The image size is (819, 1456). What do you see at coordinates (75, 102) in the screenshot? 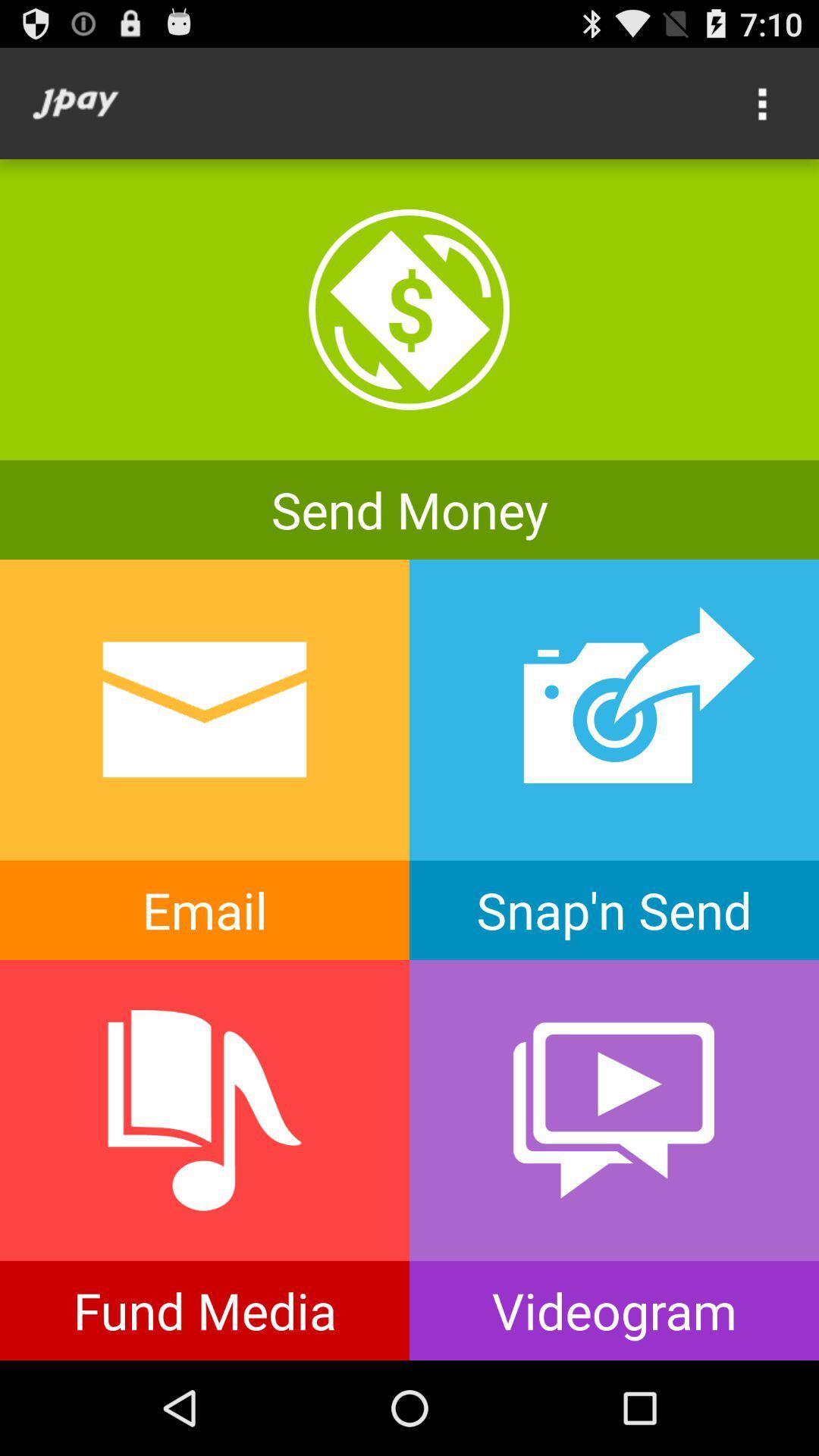
I see `the icon at the top left corner` at bounding box center [75, 102].